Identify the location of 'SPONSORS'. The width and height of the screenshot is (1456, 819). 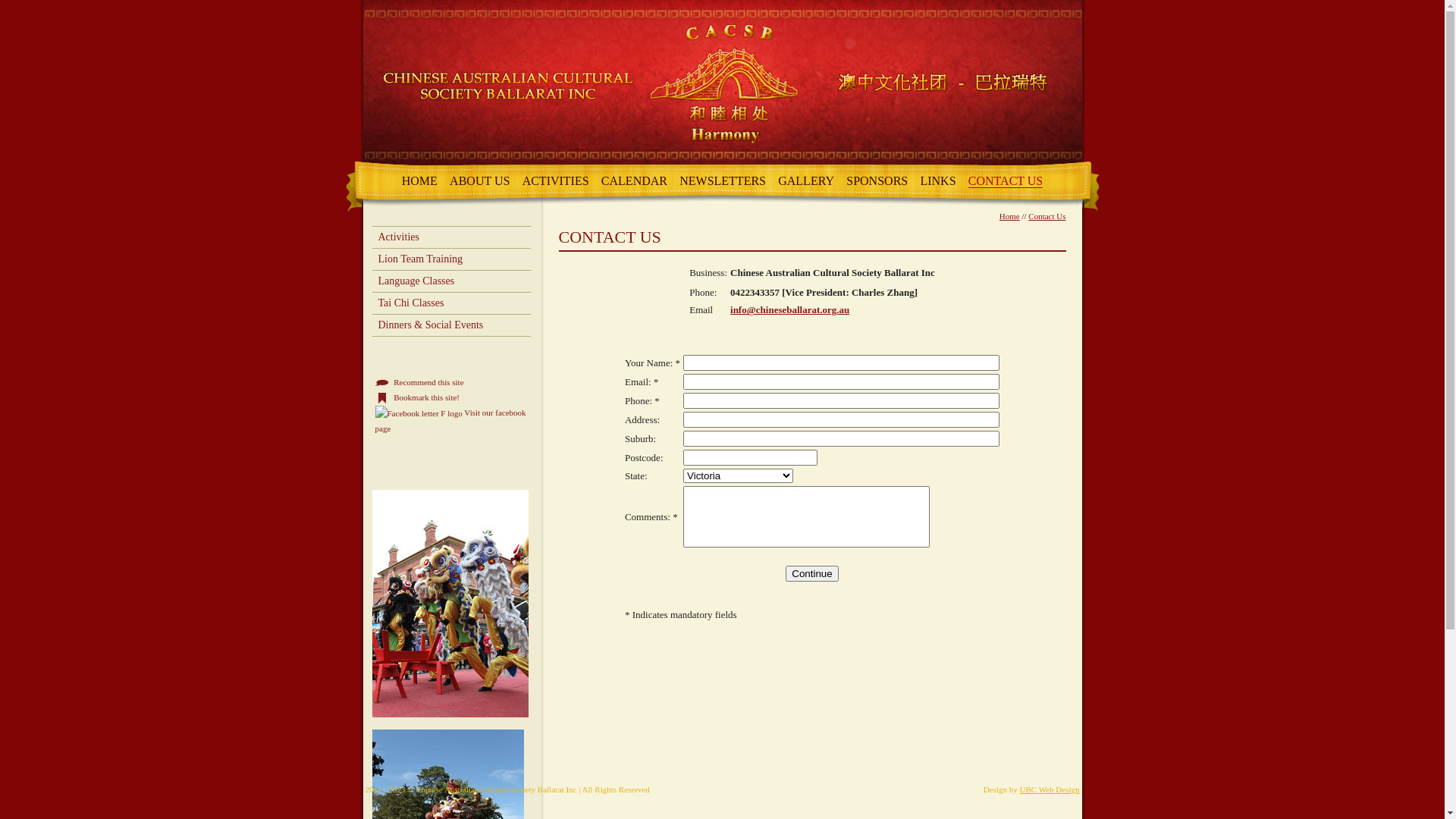
(877, 180).